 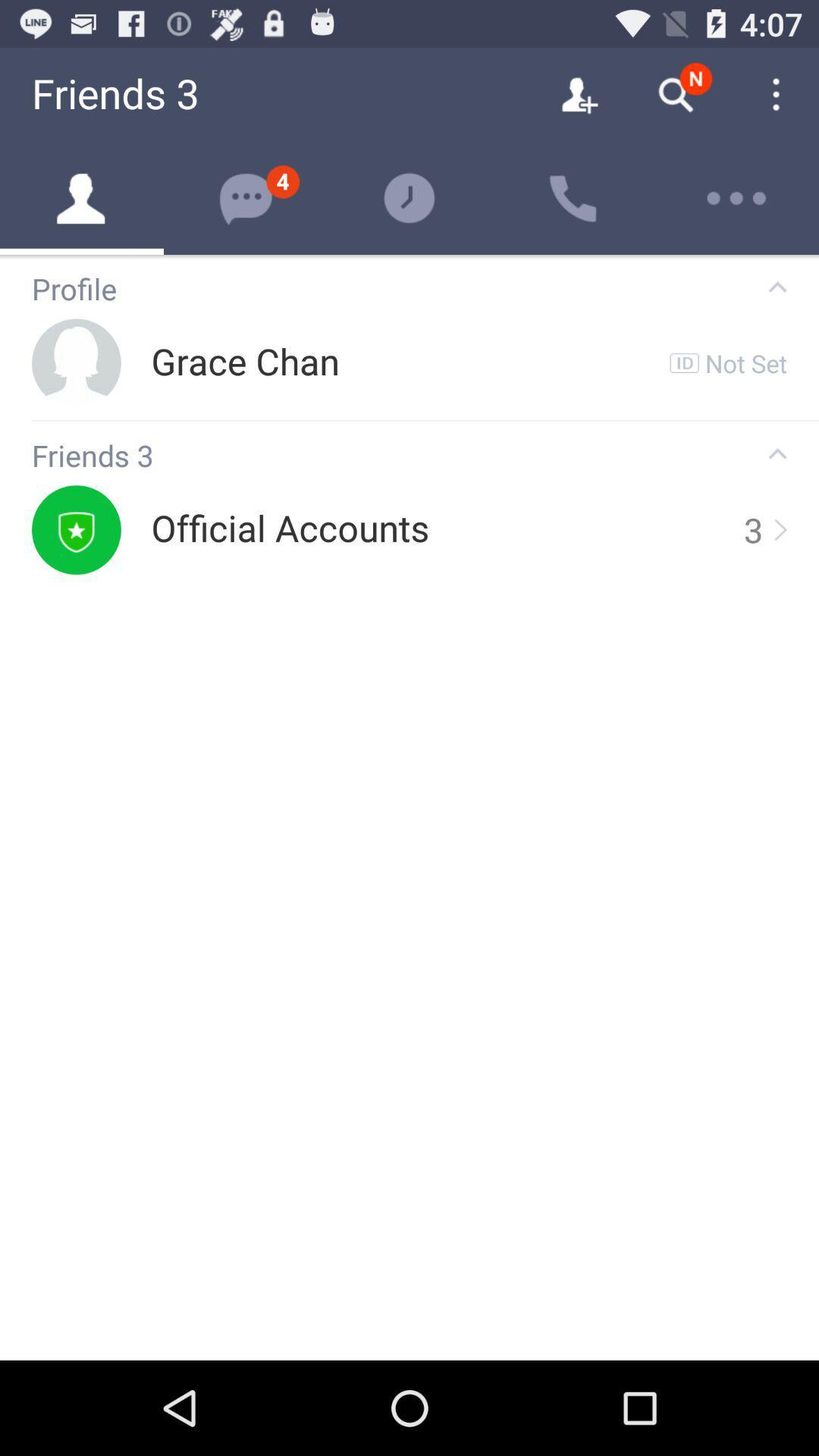 What do you see at coordinates (745, 362) in the screenshot?
I see `not set item` at bounding box center [745, 362].